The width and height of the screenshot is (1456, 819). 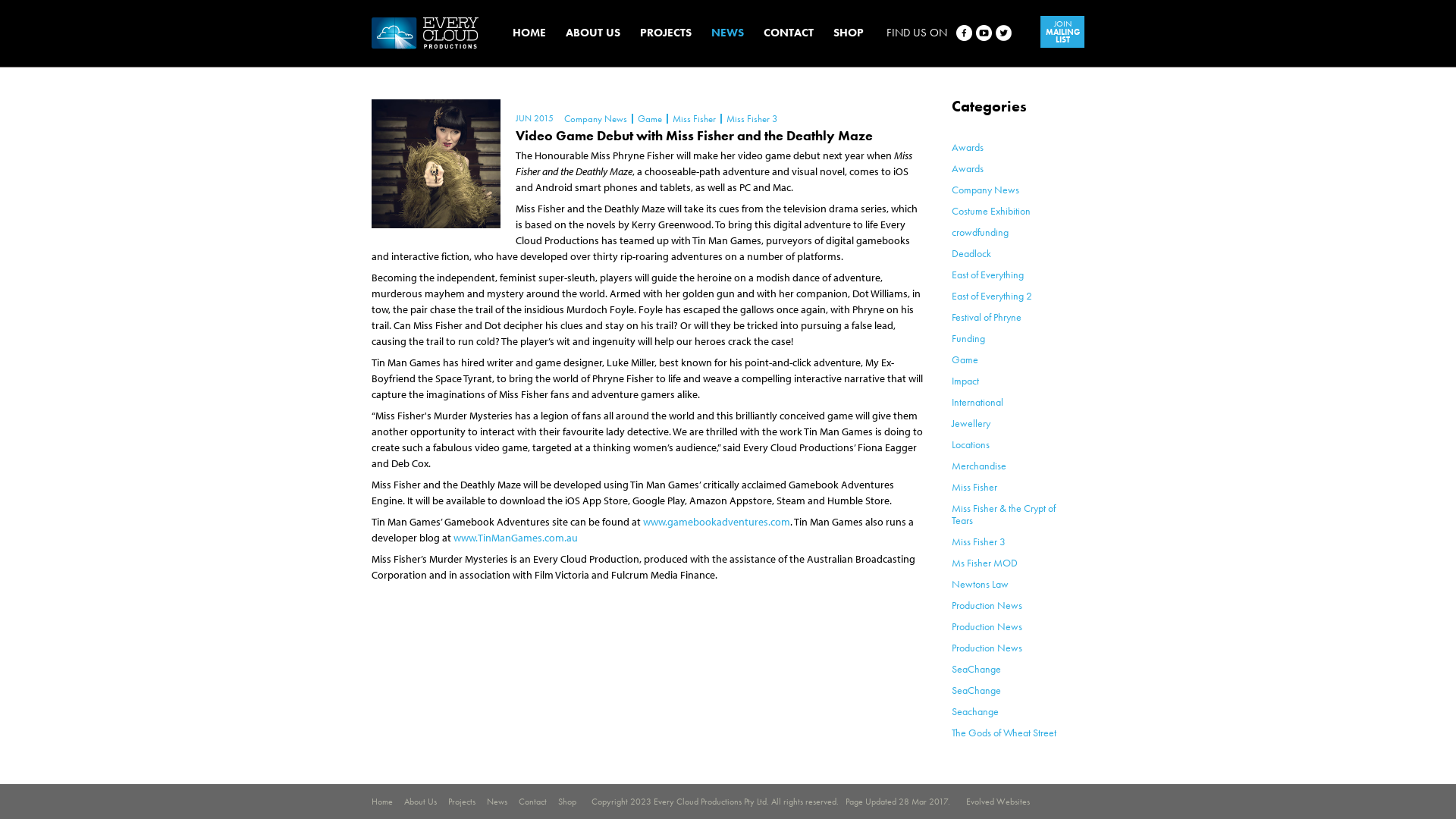 I want to click on 'Newtons Law', so click(x=950, y=583).